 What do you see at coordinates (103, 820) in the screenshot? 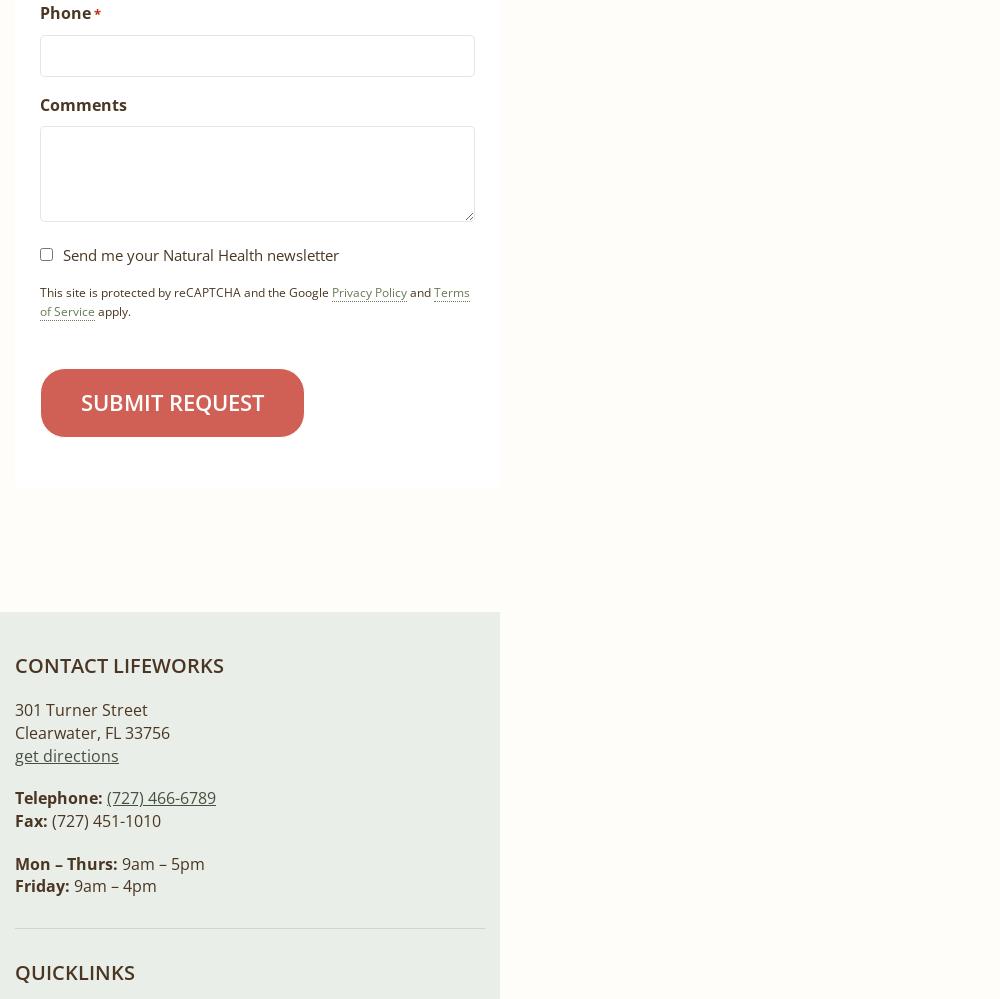
I see `'(727) 451-1010'` at bounding box center [103, 820].